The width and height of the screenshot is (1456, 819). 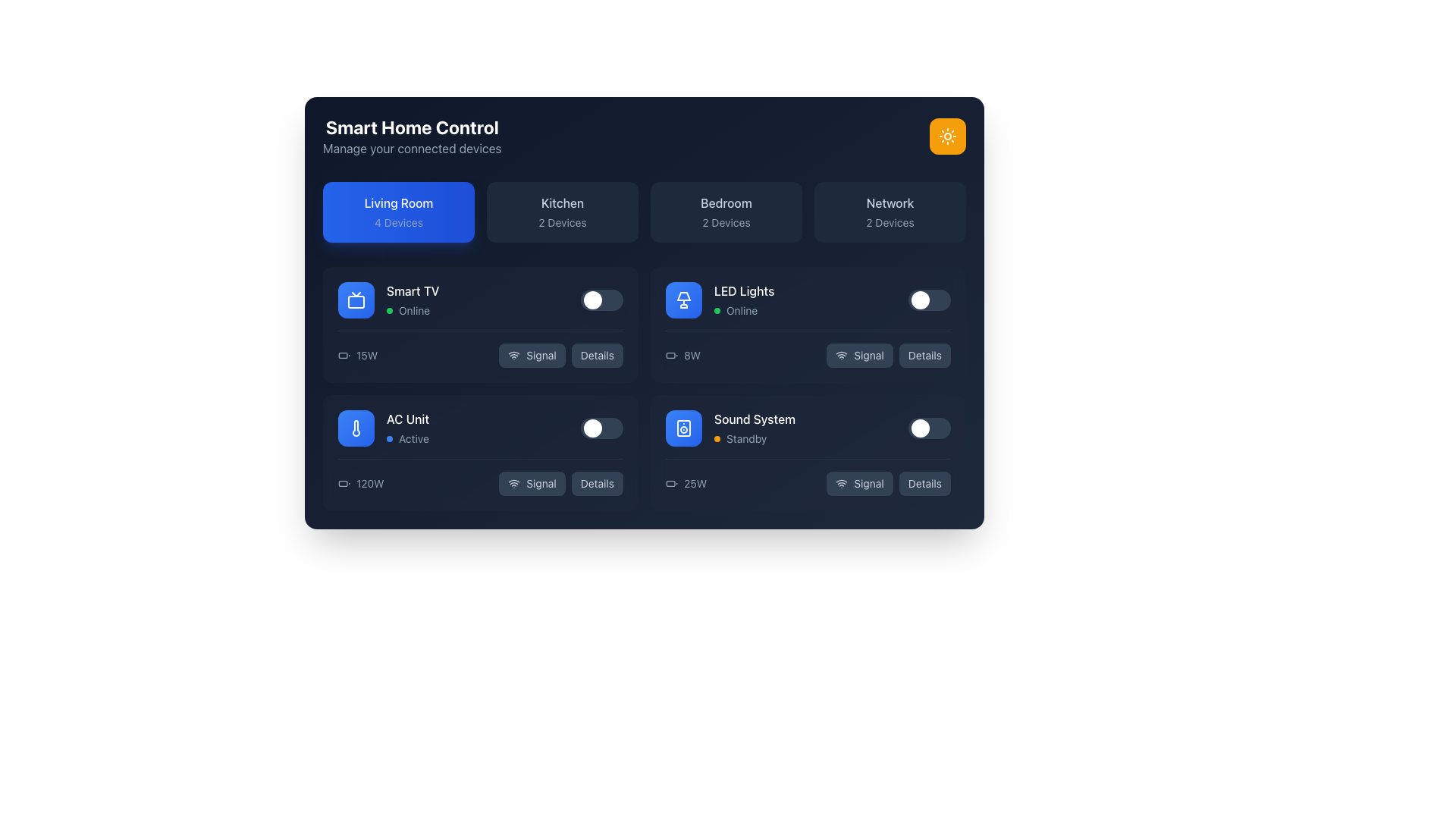 What do you see at coordinates (841, 483) in the screenshot?
I see `the 'Signal' button which contains the wireless signal strength icon` at bounding box center [841, 483].